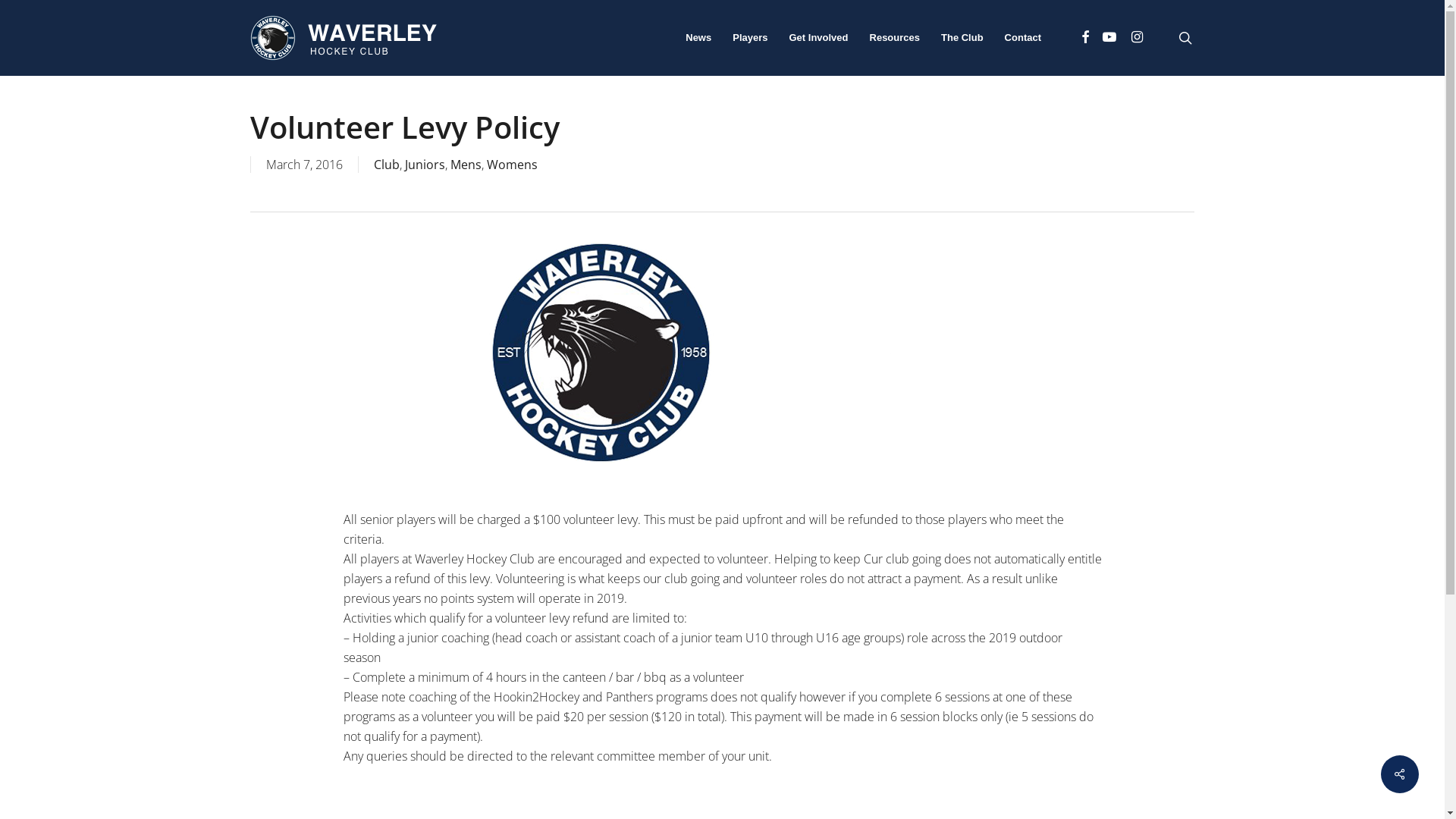 This screenshot has height=819, width=1456. What do you see at coordinates (1185, 37) in the screenshot?
I see `'search'` at bounding box center [1185, 37].